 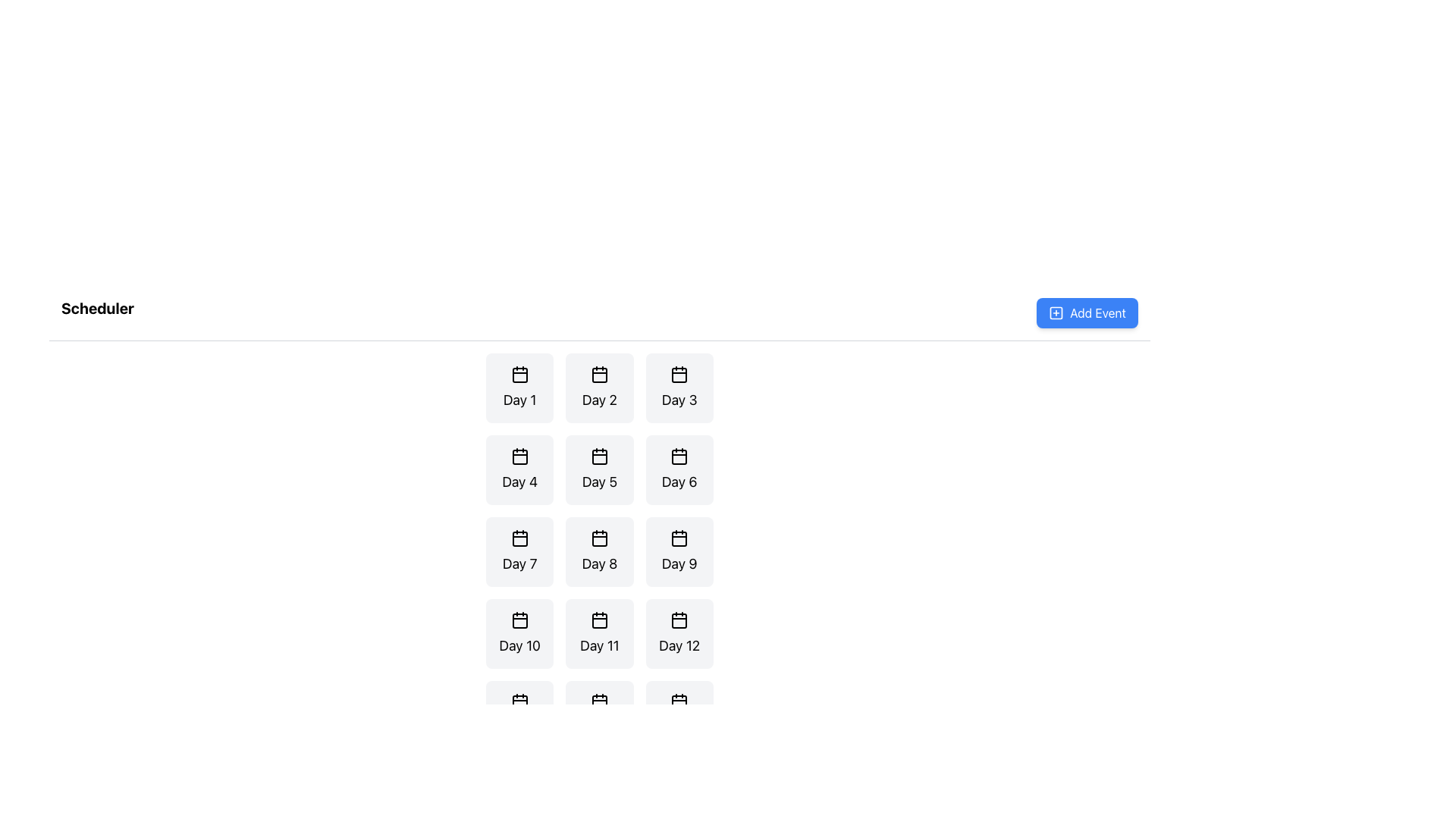 I want to click on the button labeled 'Day 8' which features a calendar icon and is styled with a light gray background, so click(x=599, y=552).